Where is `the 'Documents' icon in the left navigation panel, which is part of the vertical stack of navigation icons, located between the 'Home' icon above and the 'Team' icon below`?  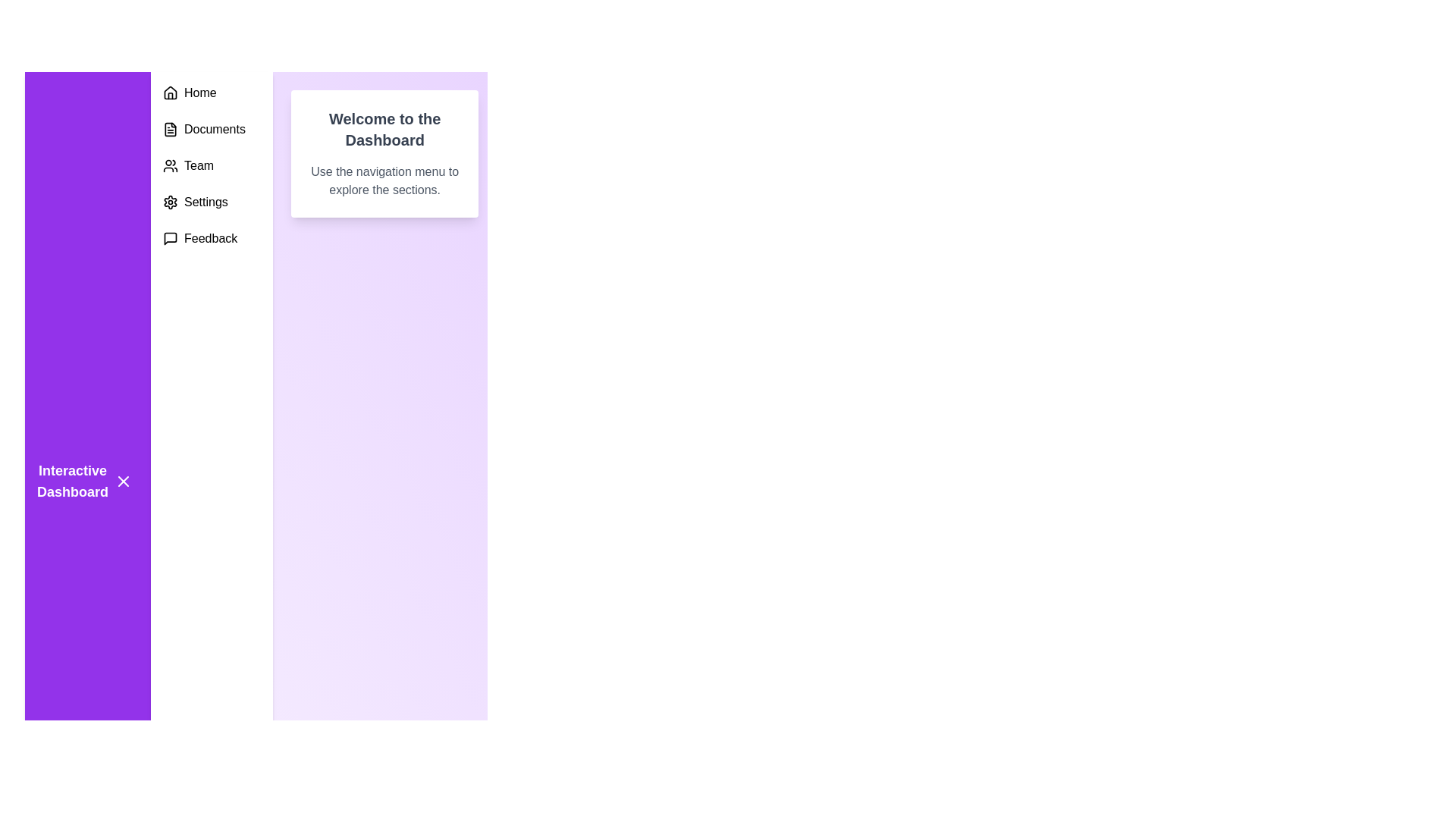
the 'Documents' icon in the left navigation panel, which is part of the vertical stack of navigation icons, located between the 'Home' icon above and the 'Team' icon below is located at coordinates (171, 128).